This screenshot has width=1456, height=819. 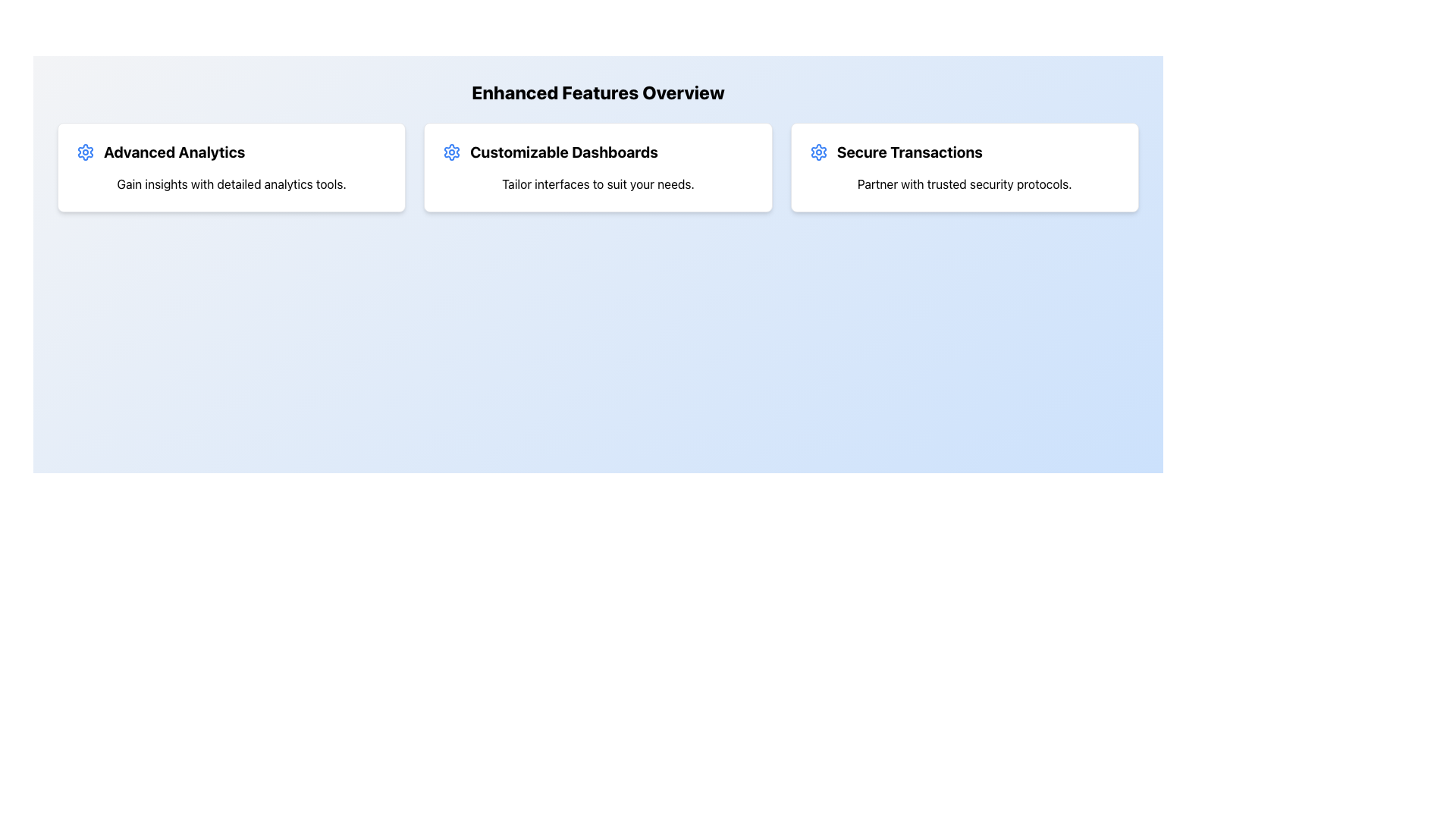 I want to click on the card titled 'Secure Transactions' which is the third card in a horizontal grid layout, featuring a bold title and an icon of a setting wheel, so click(x=964, y=167).